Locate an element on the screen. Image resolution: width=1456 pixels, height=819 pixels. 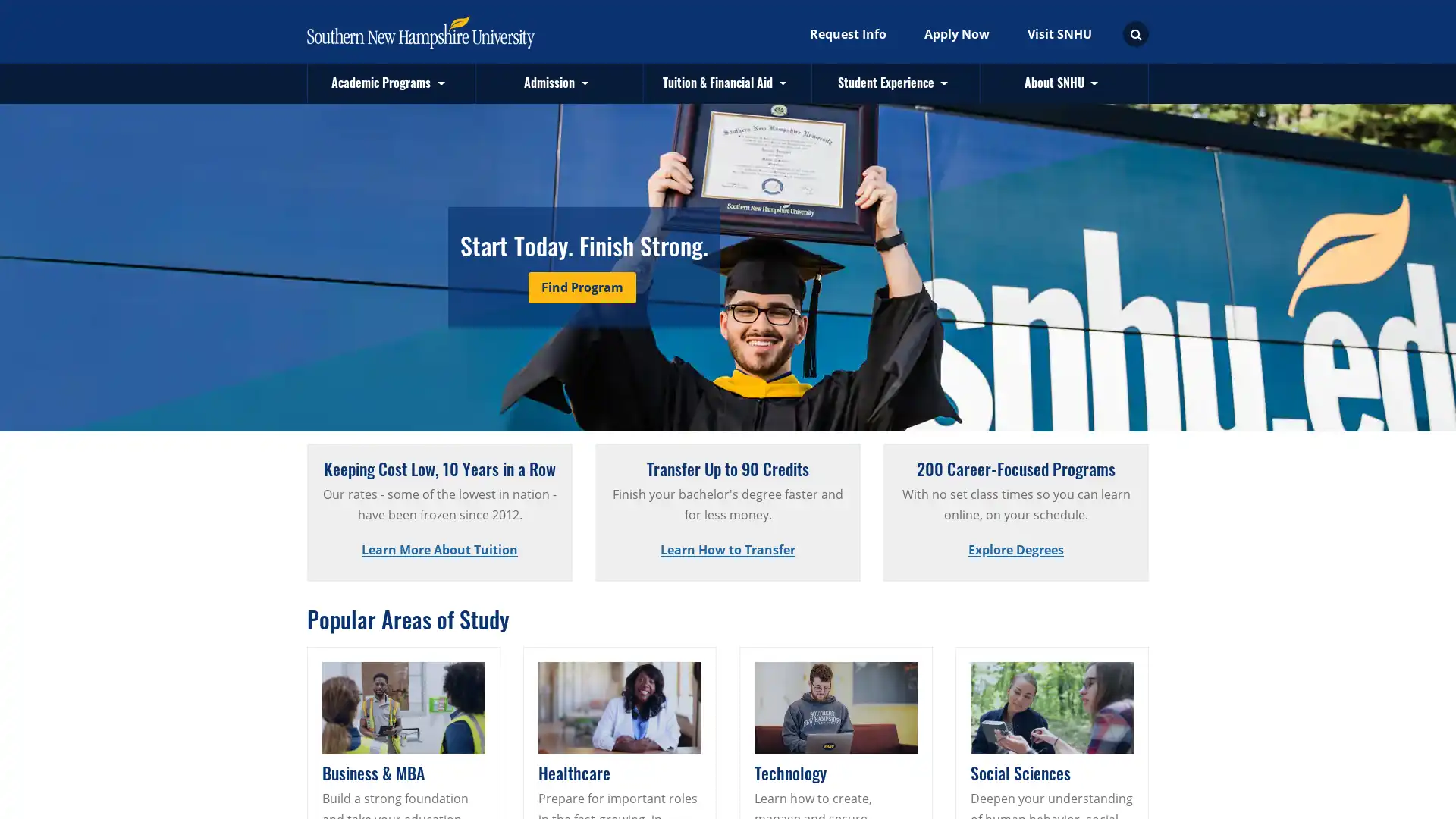
Find Program is located at coordinates (582, 287).